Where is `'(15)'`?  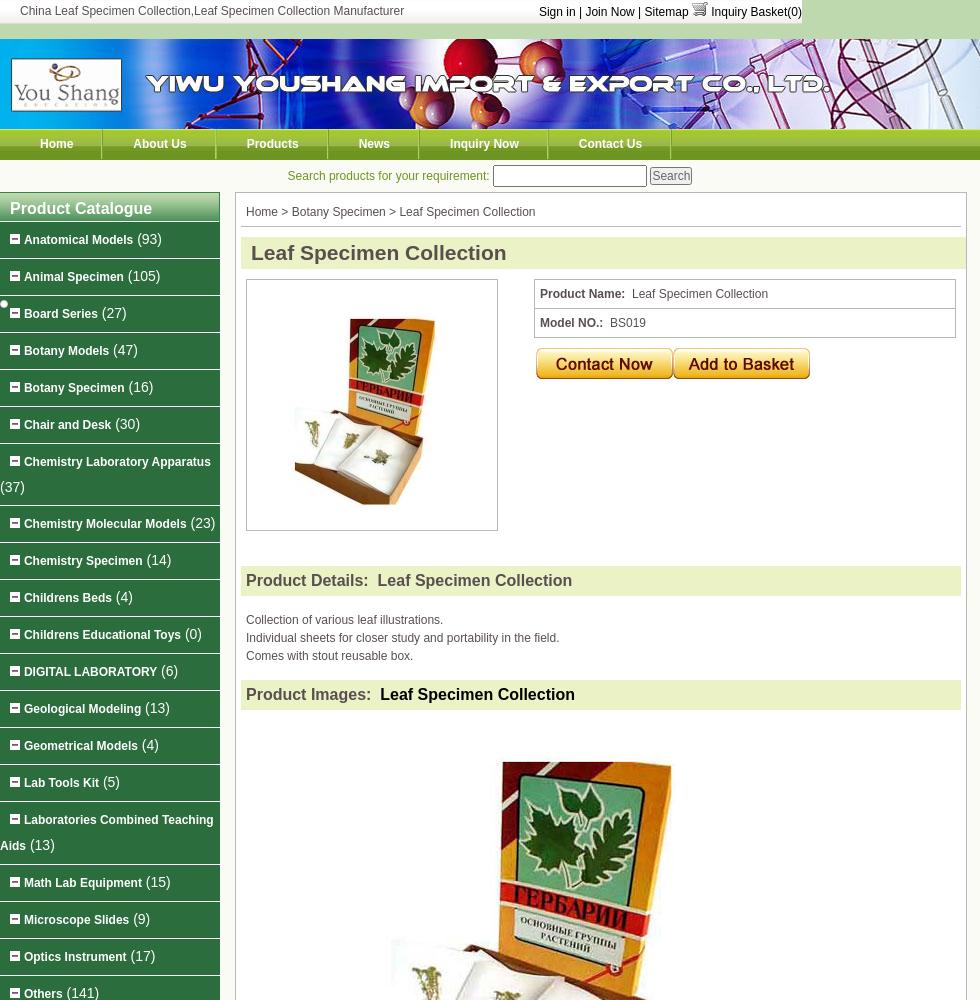
'(15)' is located at coordinates (155, 882).